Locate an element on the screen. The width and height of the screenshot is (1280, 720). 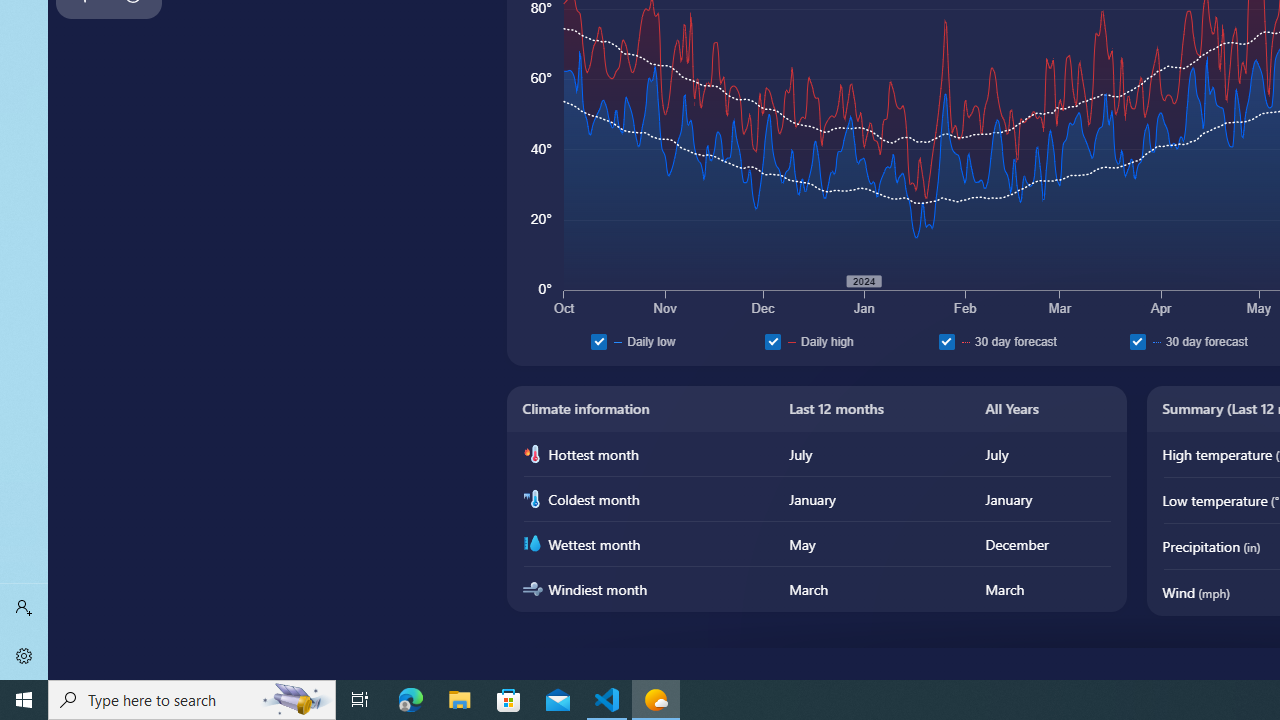
'Search highlights icon opens search home window' is located at coordinates (294, 698).